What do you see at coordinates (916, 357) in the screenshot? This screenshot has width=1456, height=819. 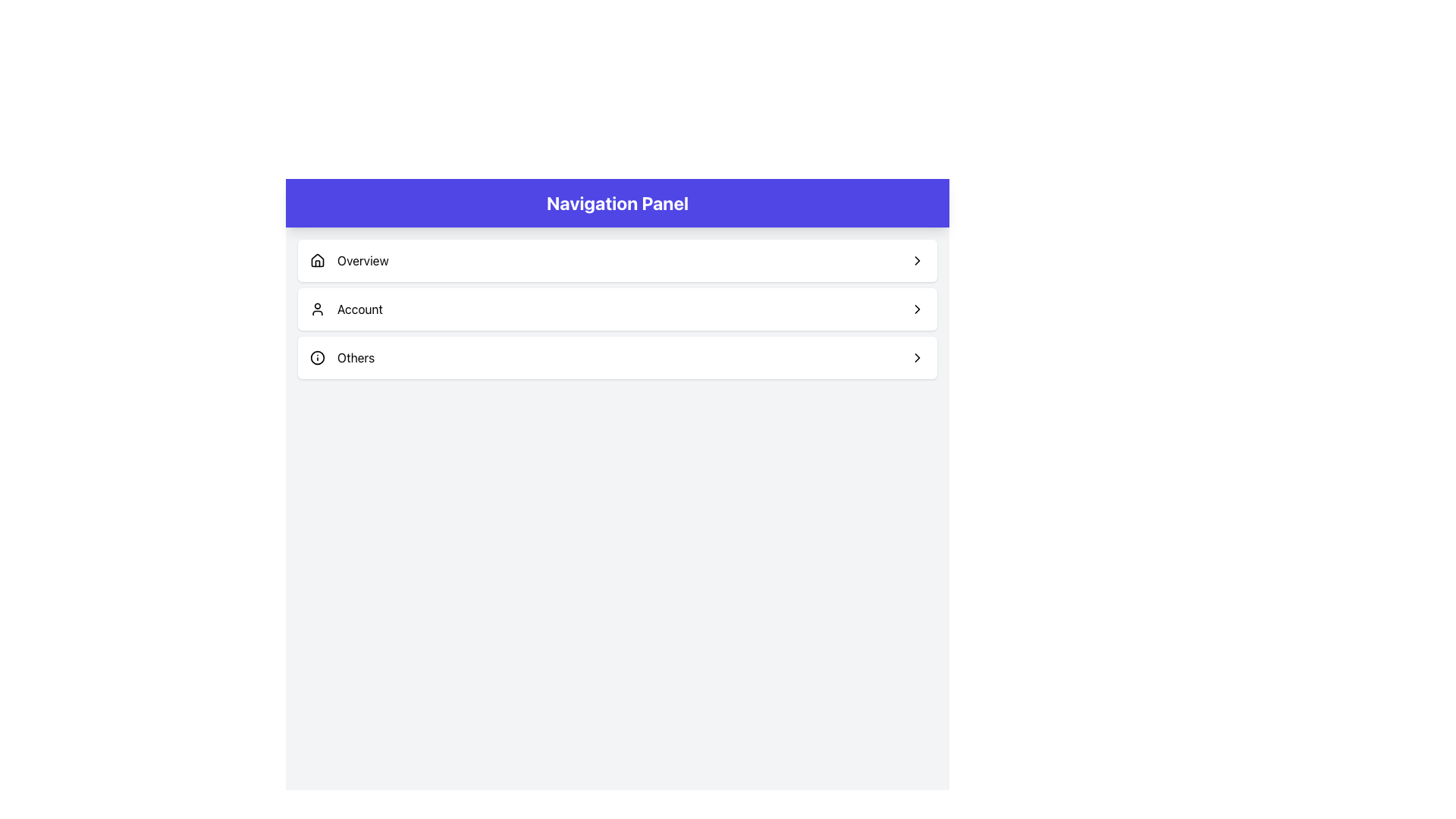 I see `the rightward chevron icon for the 'Others' list item in the navigation panel` at bounding box center [916, 357].